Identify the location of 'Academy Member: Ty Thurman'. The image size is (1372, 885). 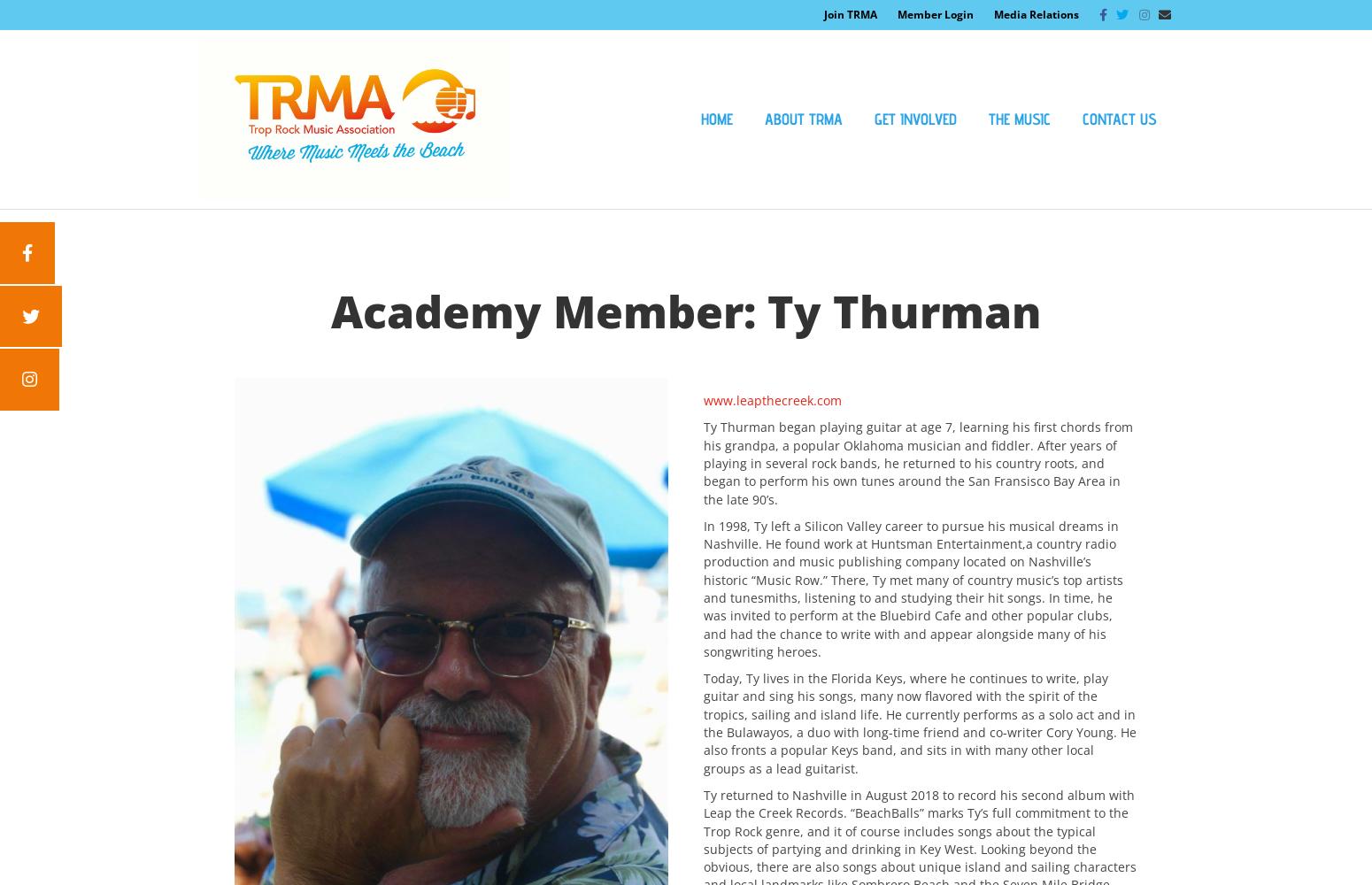
(685, 311).